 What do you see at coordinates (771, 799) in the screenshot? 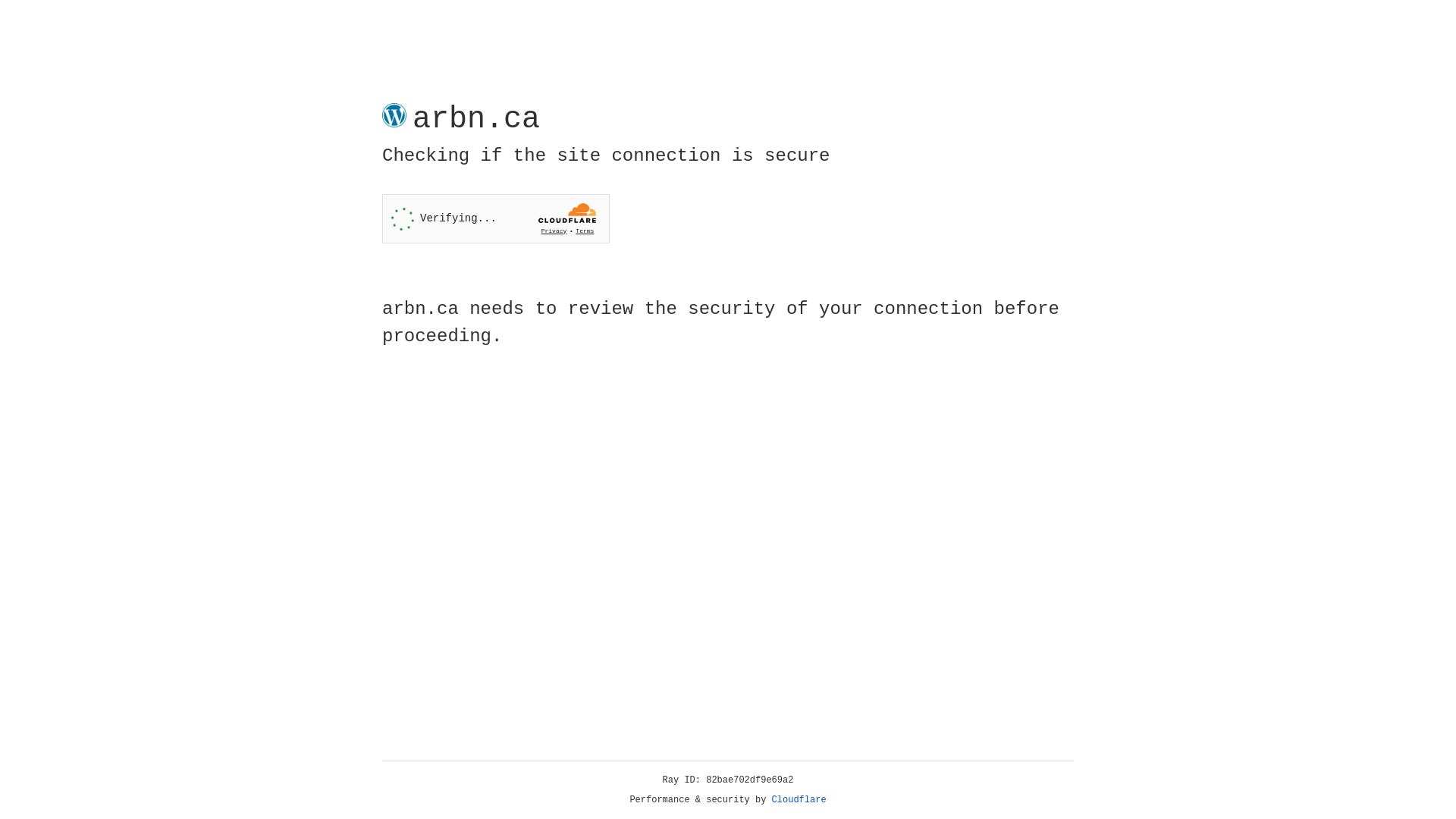
I see `'Cloudflare'` at bounding box center [771, 799].